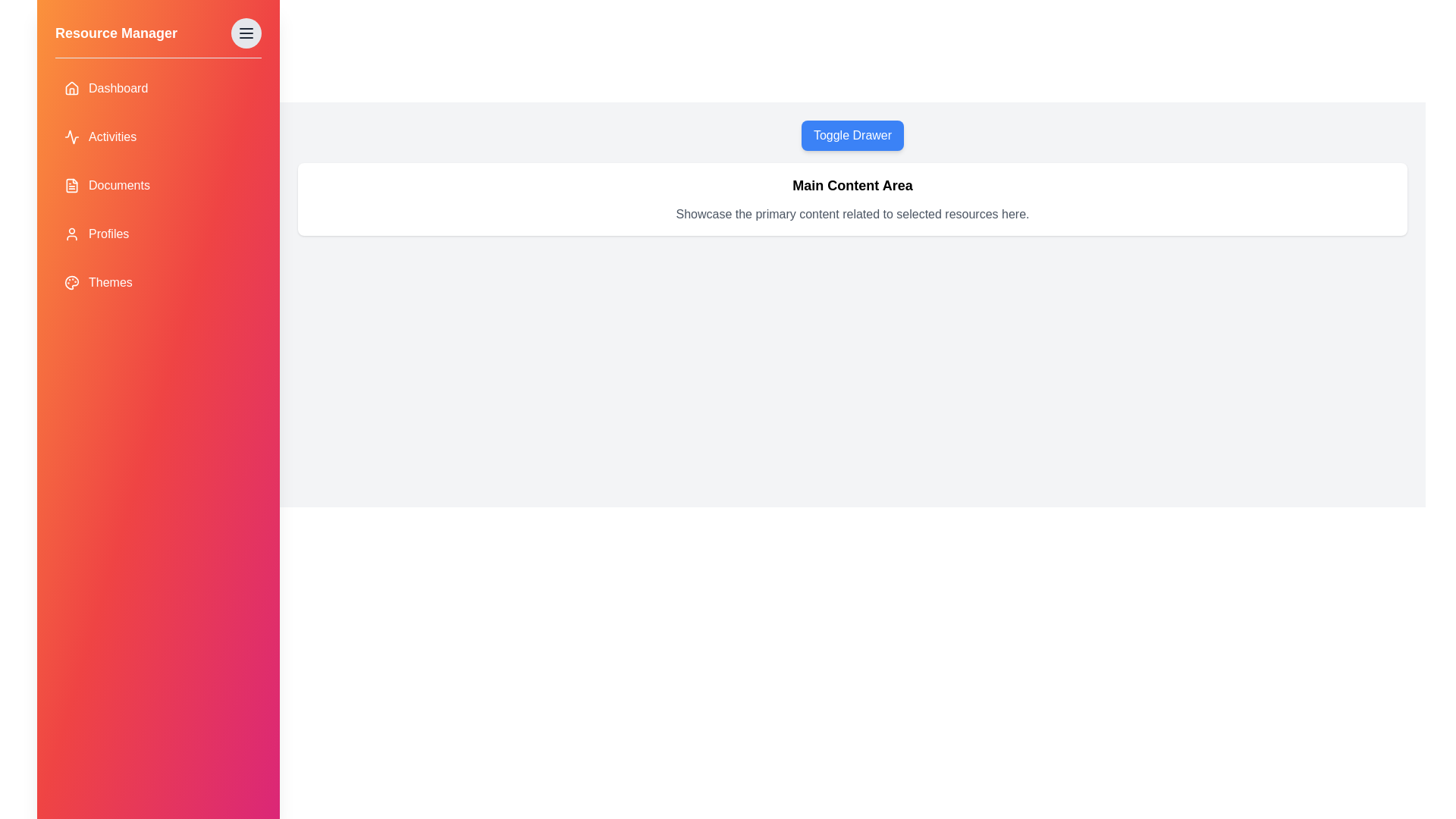 Image resolution: width=1456 pixels, height=819 pixels. What do you see at coordinates (852, 134) in the screenshot?
I see `the 'Toggle Drawer' button to toggle the drawer visibility` at bounding box center [852, 134].